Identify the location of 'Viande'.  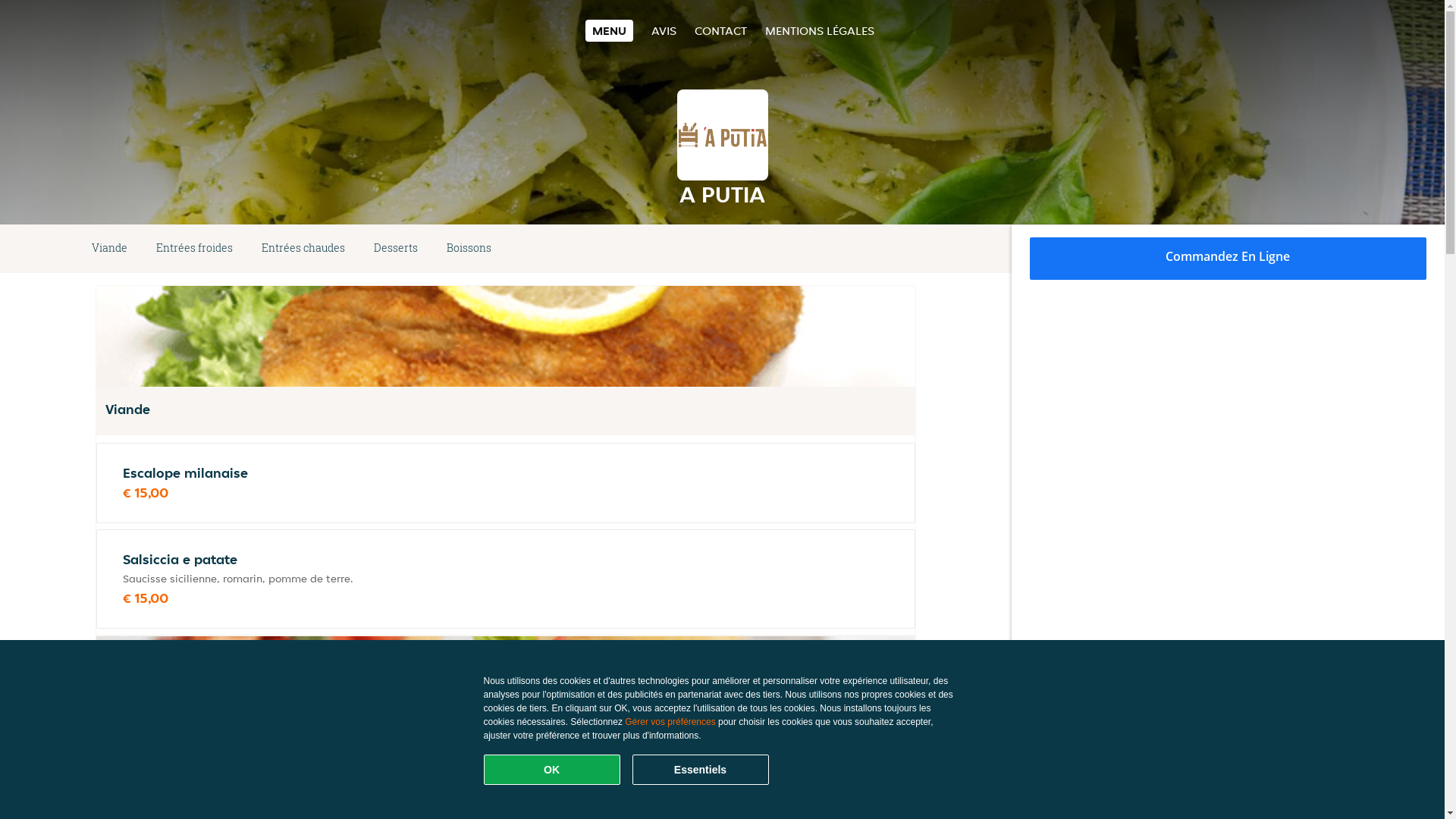
(76, 247).